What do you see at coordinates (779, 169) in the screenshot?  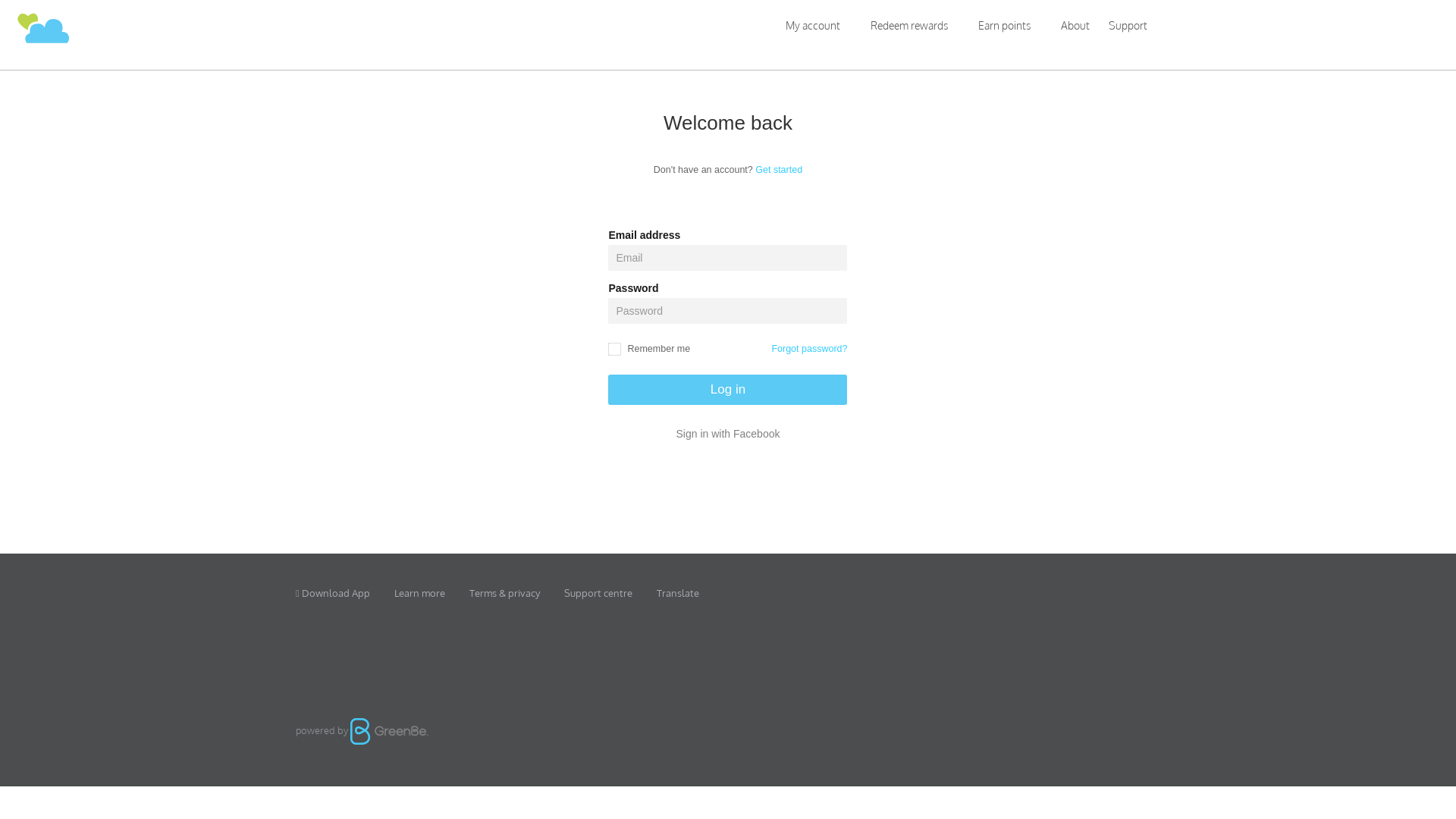 I see `'Get started'` at bounding box center [779, 169].